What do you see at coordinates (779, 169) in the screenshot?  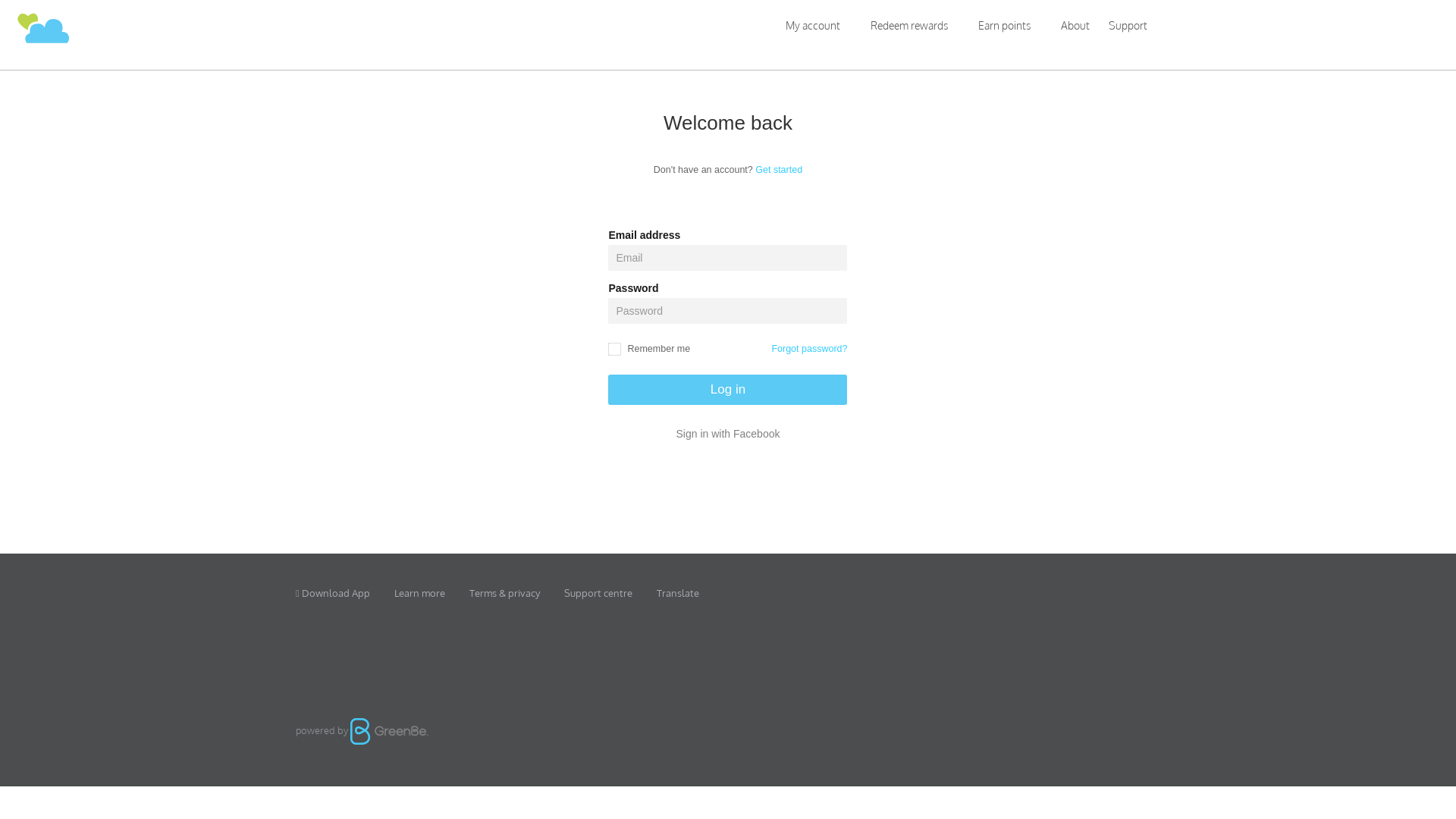 I see `'Get started'` at bounding box center [779, 169].